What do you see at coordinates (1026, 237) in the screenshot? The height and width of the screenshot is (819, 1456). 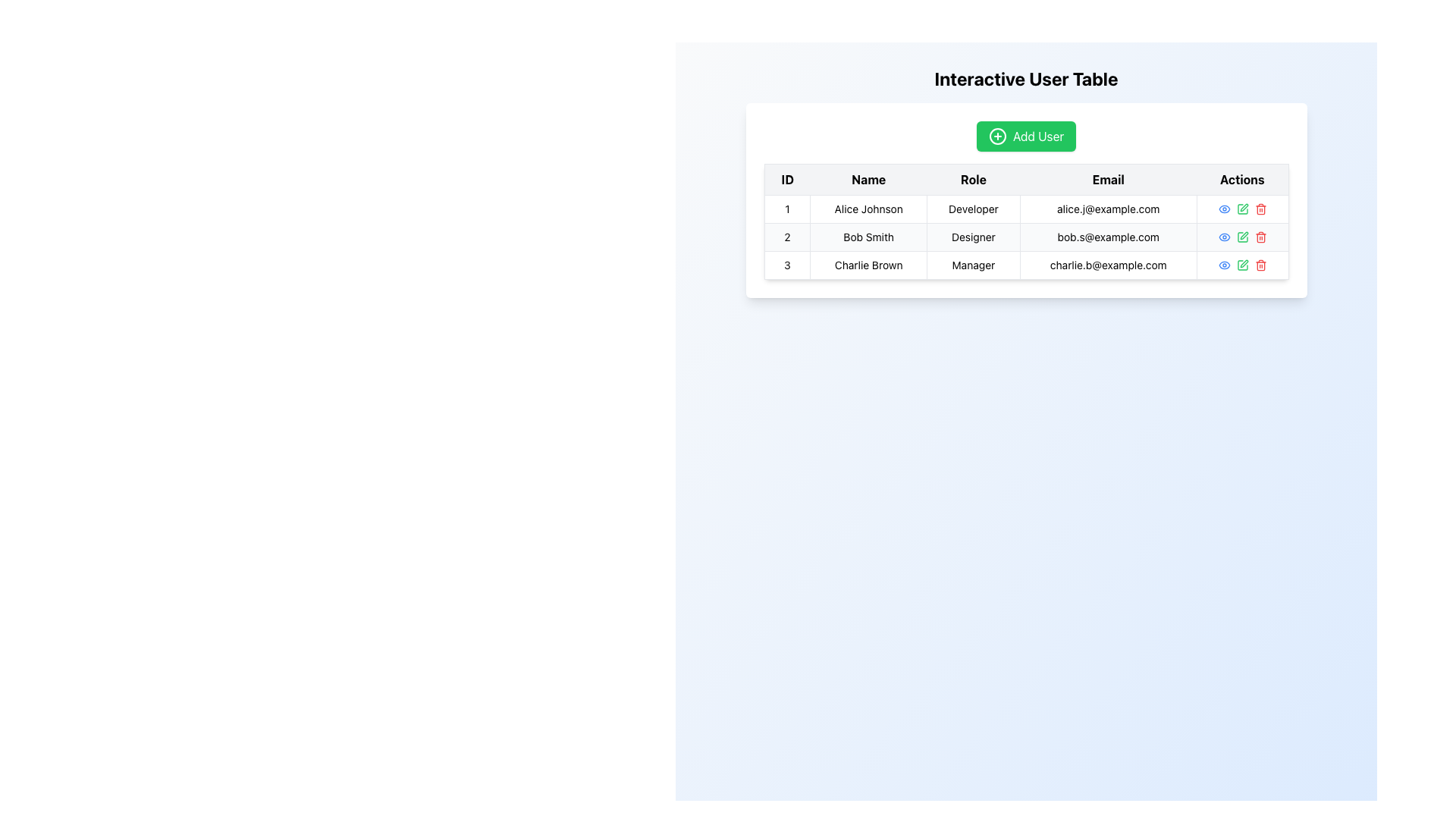 I see `the second row of the table displaying user information, which includes 'Bob Smith'` at bounding box center [1026, 237].